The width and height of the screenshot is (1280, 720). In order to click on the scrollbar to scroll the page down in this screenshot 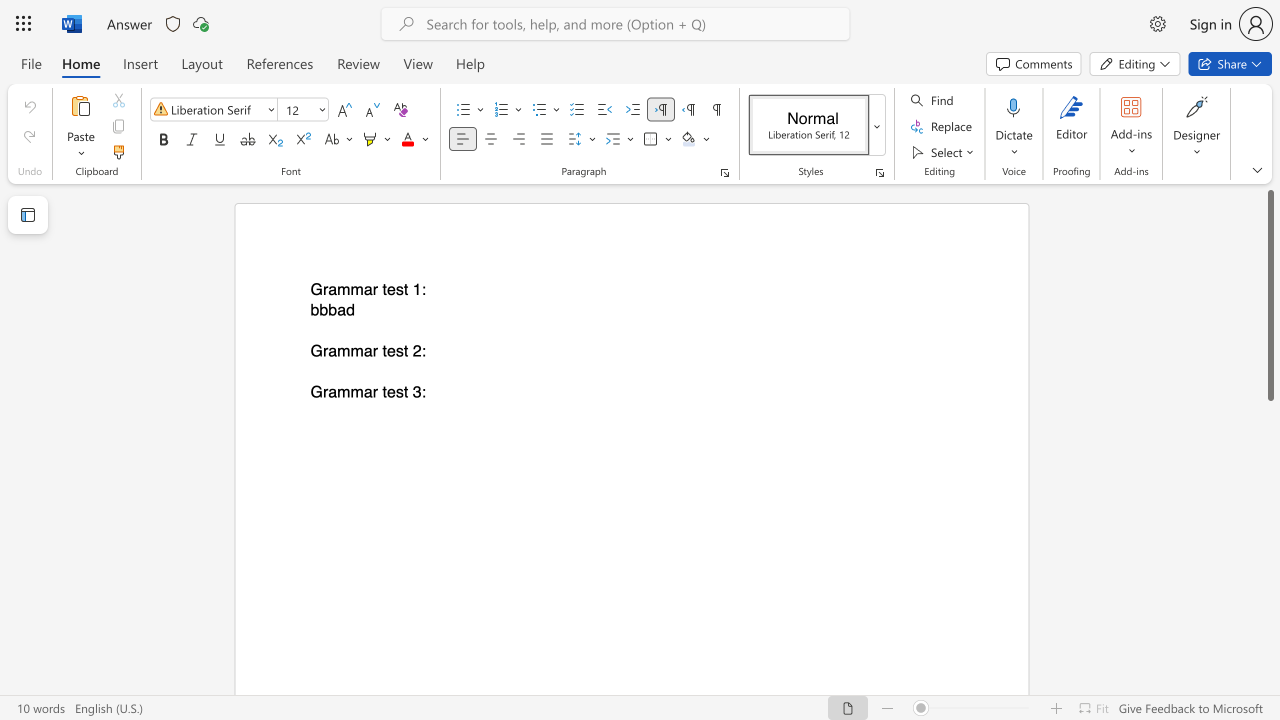, I will do `click(1269, 650)`.